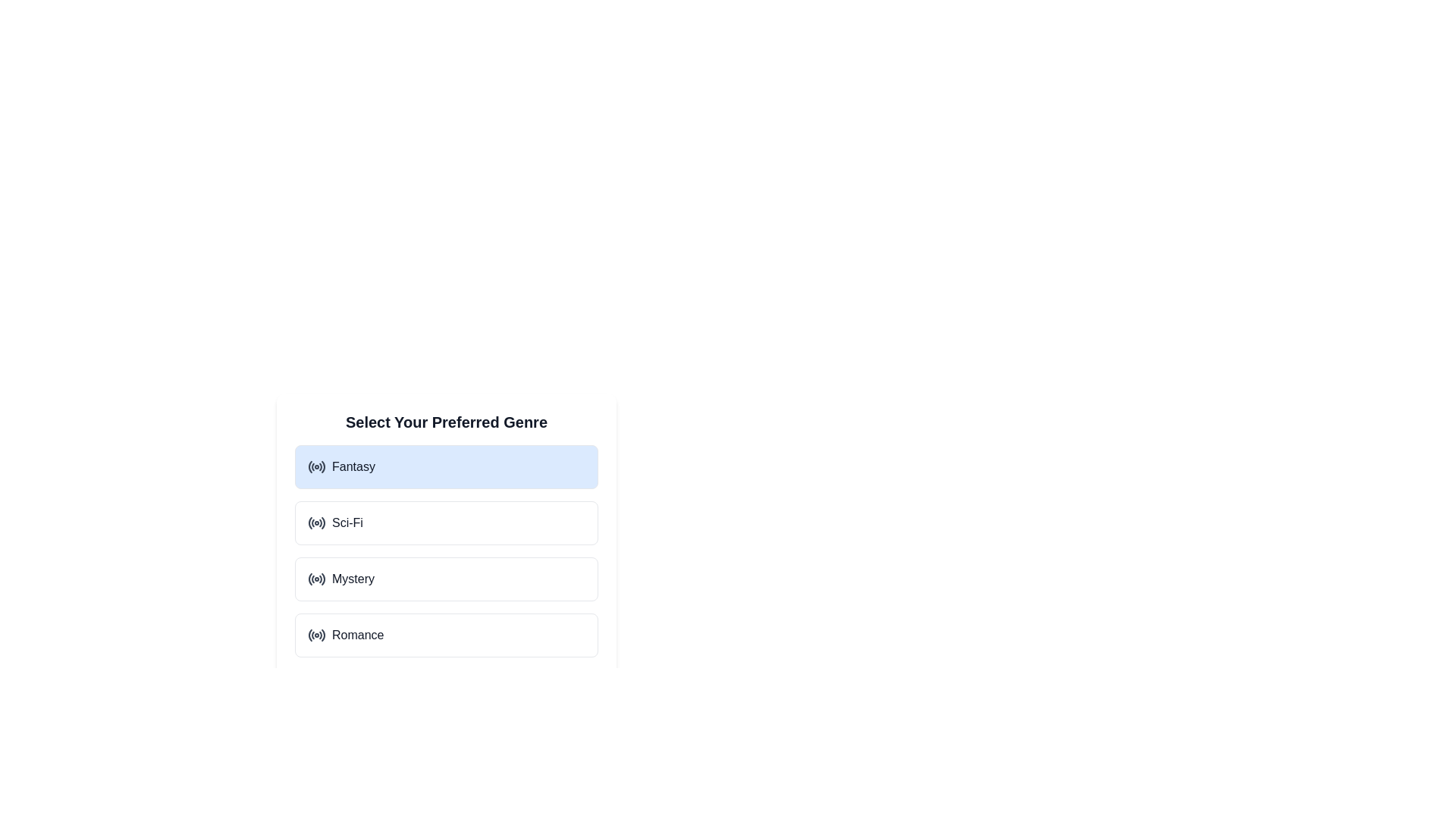 The height and width of the screenshot is (819, 1456). I want to click on the static text label or heading that serves as an instruction for users, located at the top center of the panel above the genre buttons, so click(446, 422).